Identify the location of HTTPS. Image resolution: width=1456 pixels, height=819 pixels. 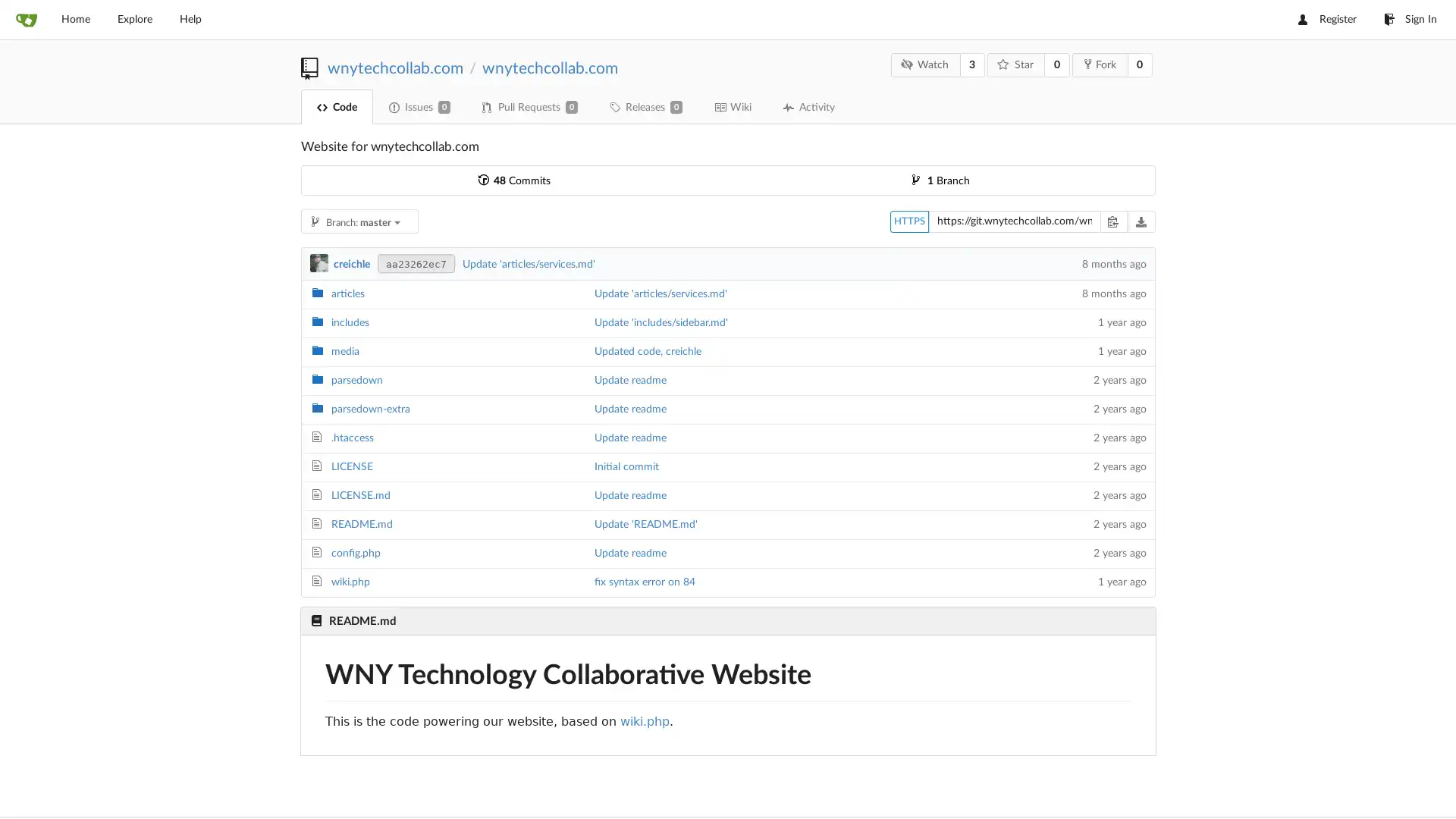
(908, 221).